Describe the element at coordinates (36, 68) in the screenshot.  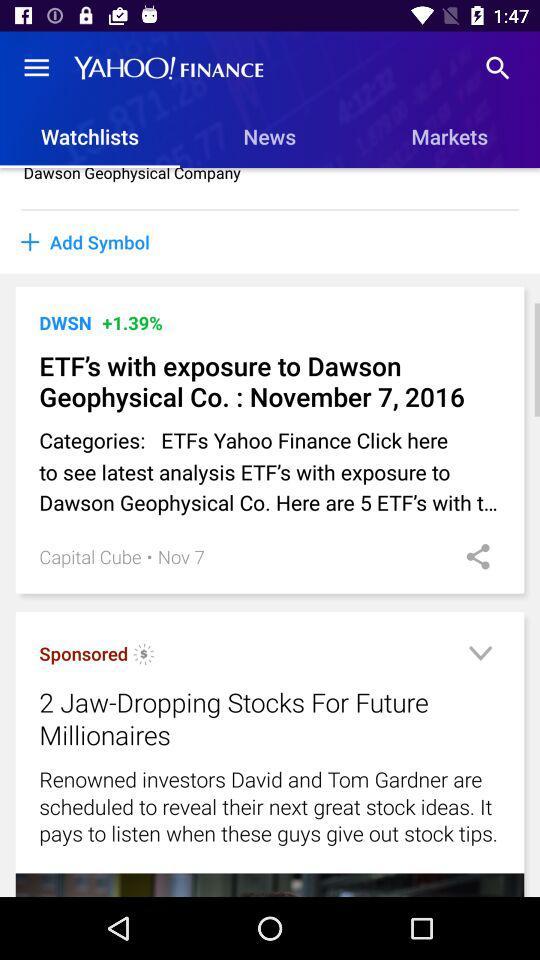
I see `the icon above the watchlists item` at that location.